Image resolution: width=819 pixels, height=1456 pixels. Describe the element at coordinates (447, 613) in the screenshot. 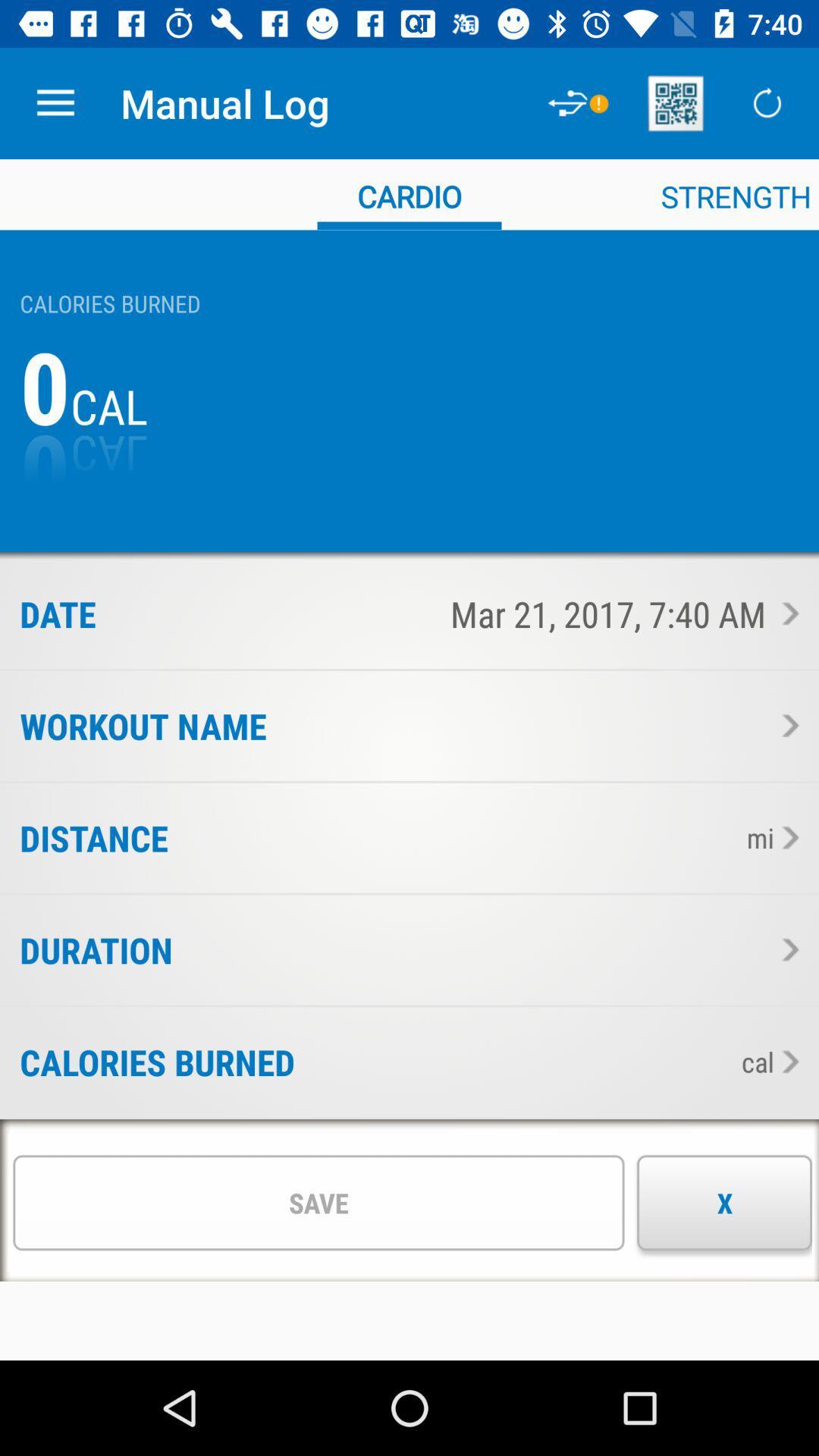

I see `mar 21 2017 item` at that location.